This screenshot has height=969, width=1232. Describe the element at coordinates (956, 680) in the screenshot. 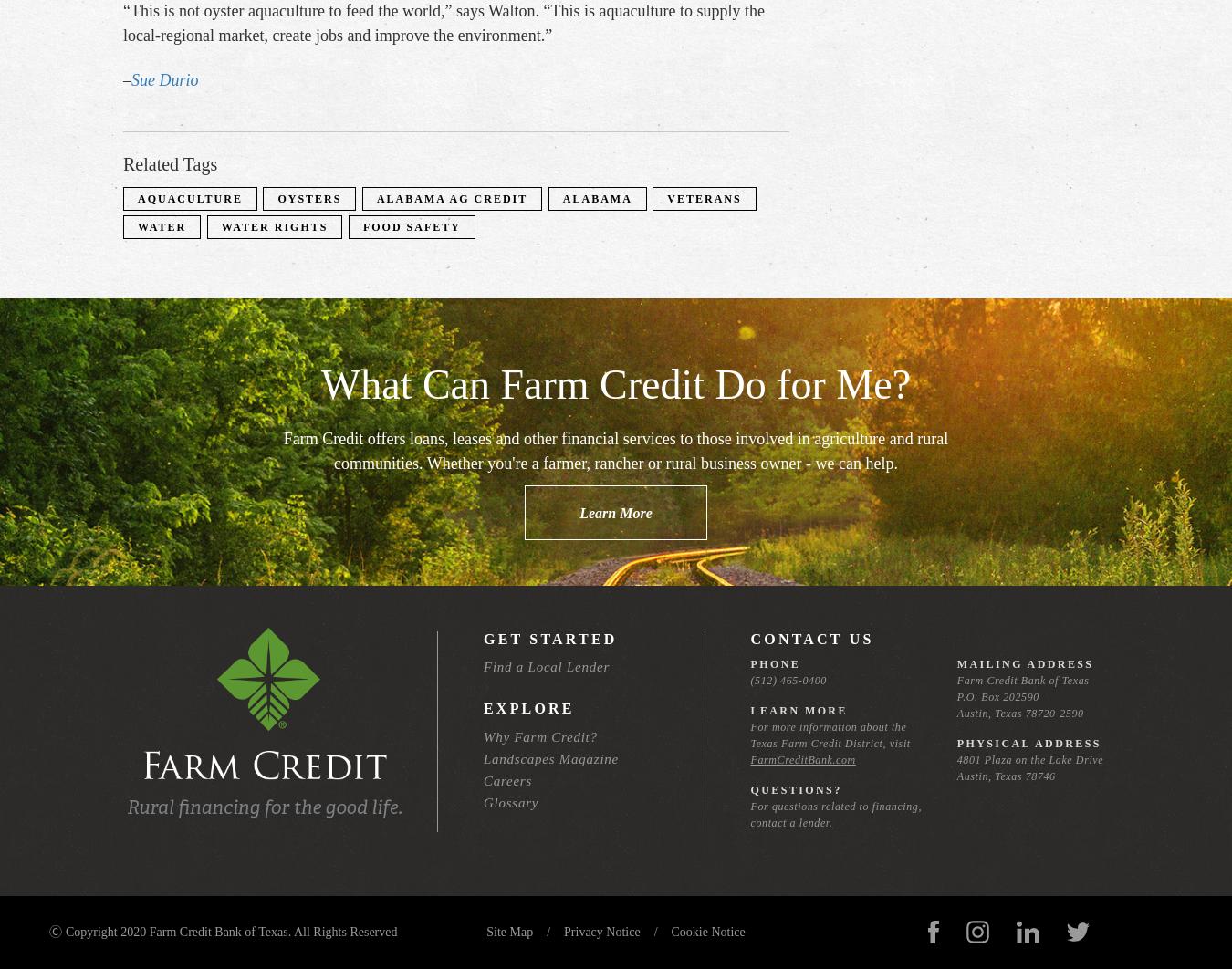

I see `'Farm Credit Bank of Texas'` at that location.